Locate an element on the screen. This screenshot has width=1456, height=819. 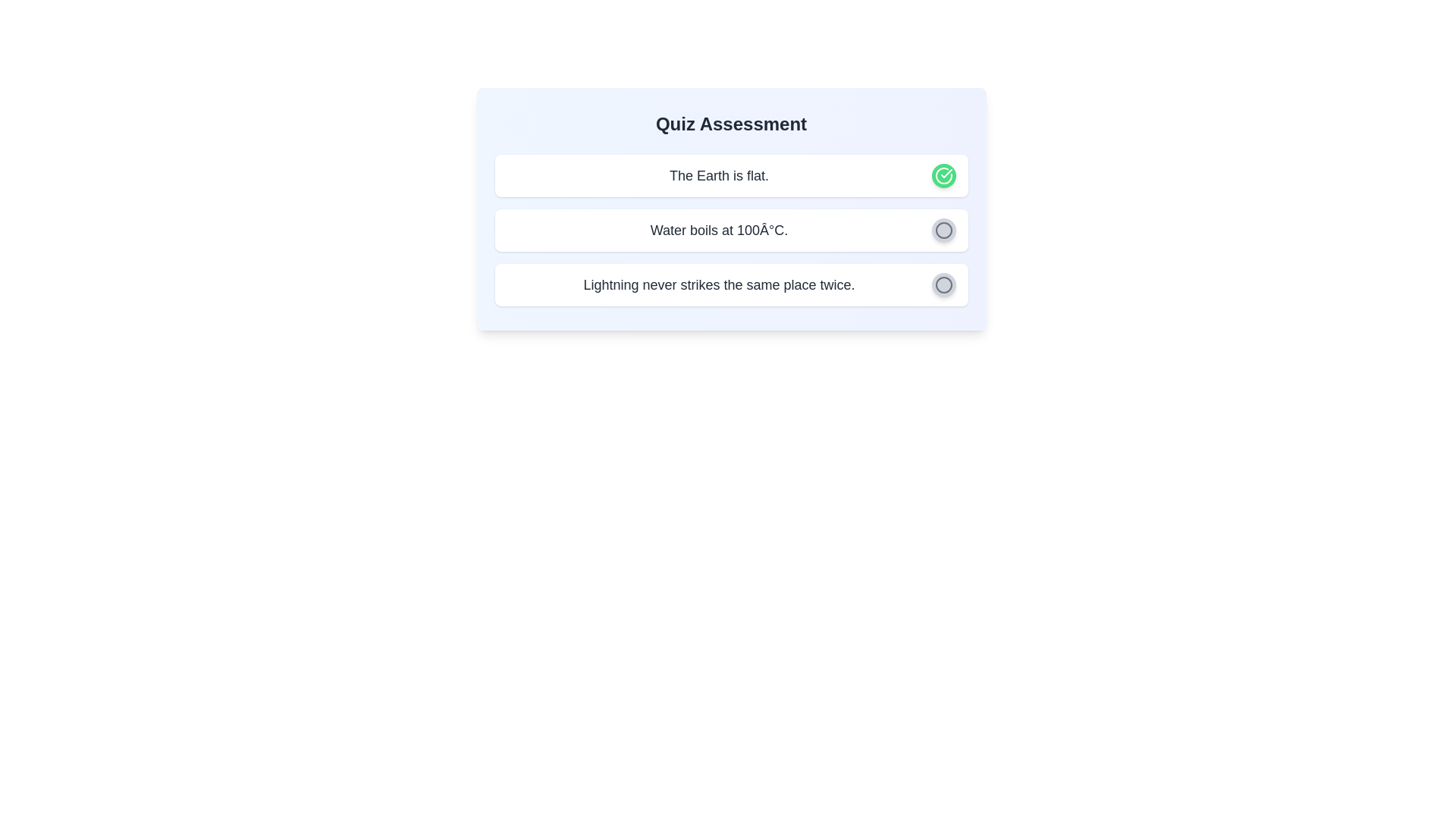
the question 'The Earth is flat.' by clicking the corresponding button is located at coordinates (943, 174).